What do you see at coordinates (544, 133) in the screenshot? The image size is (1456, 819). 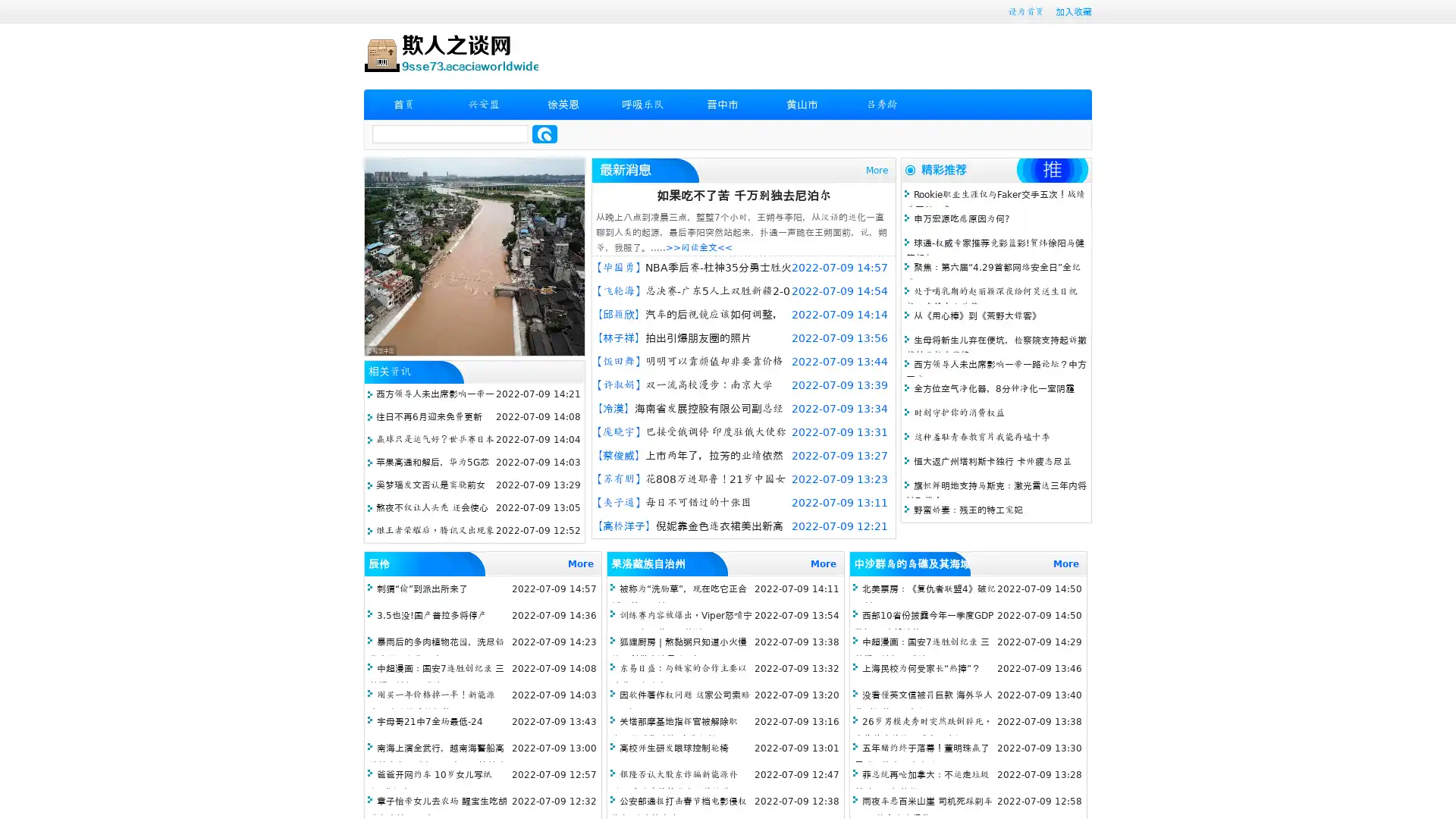 I see `Search` at bounding box center [544, 133].